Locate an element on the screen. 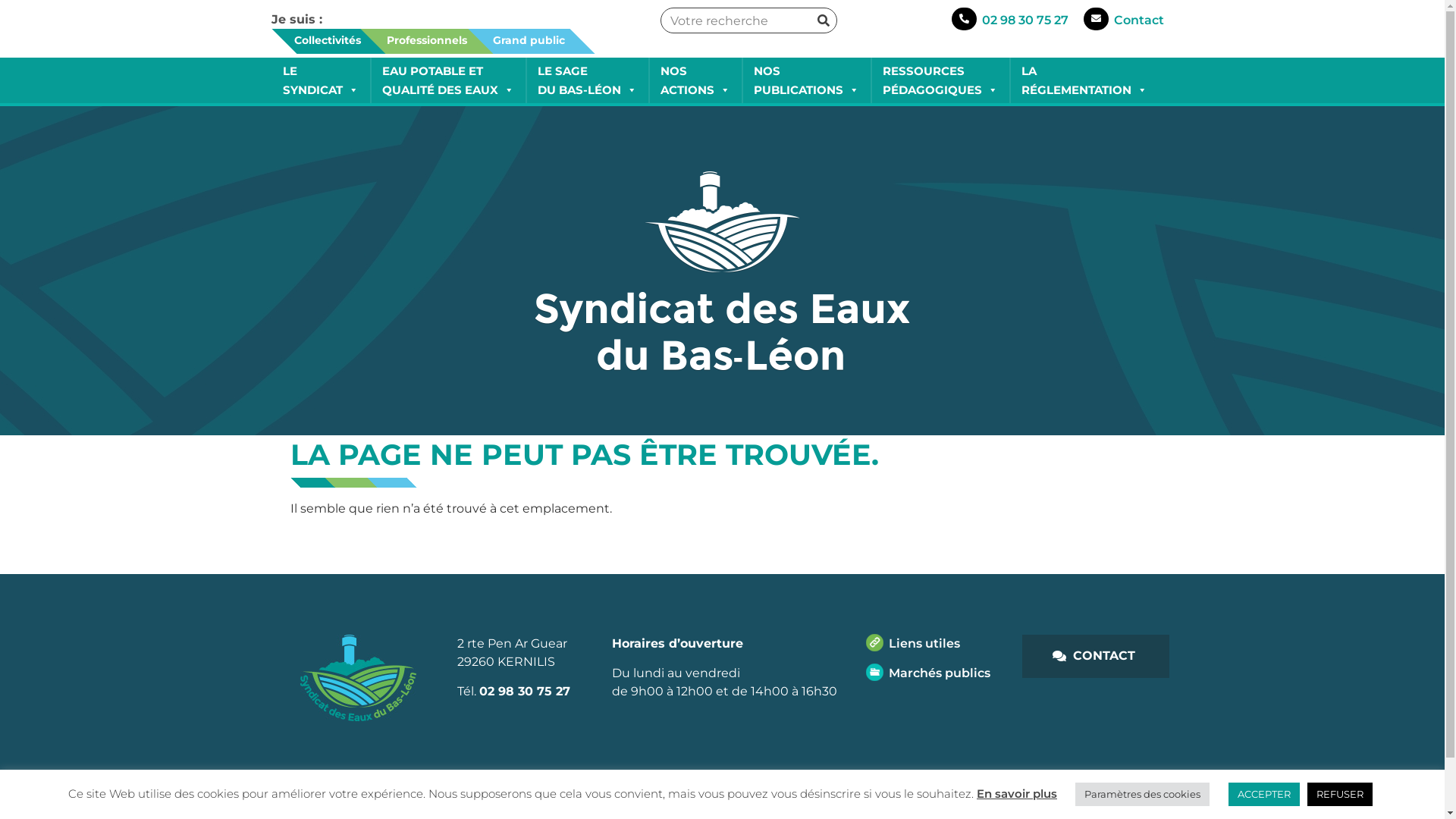 The width and height of the screenshot is (1456, 819). 'ACCEPTER' is located at coordinates (1263, 793).